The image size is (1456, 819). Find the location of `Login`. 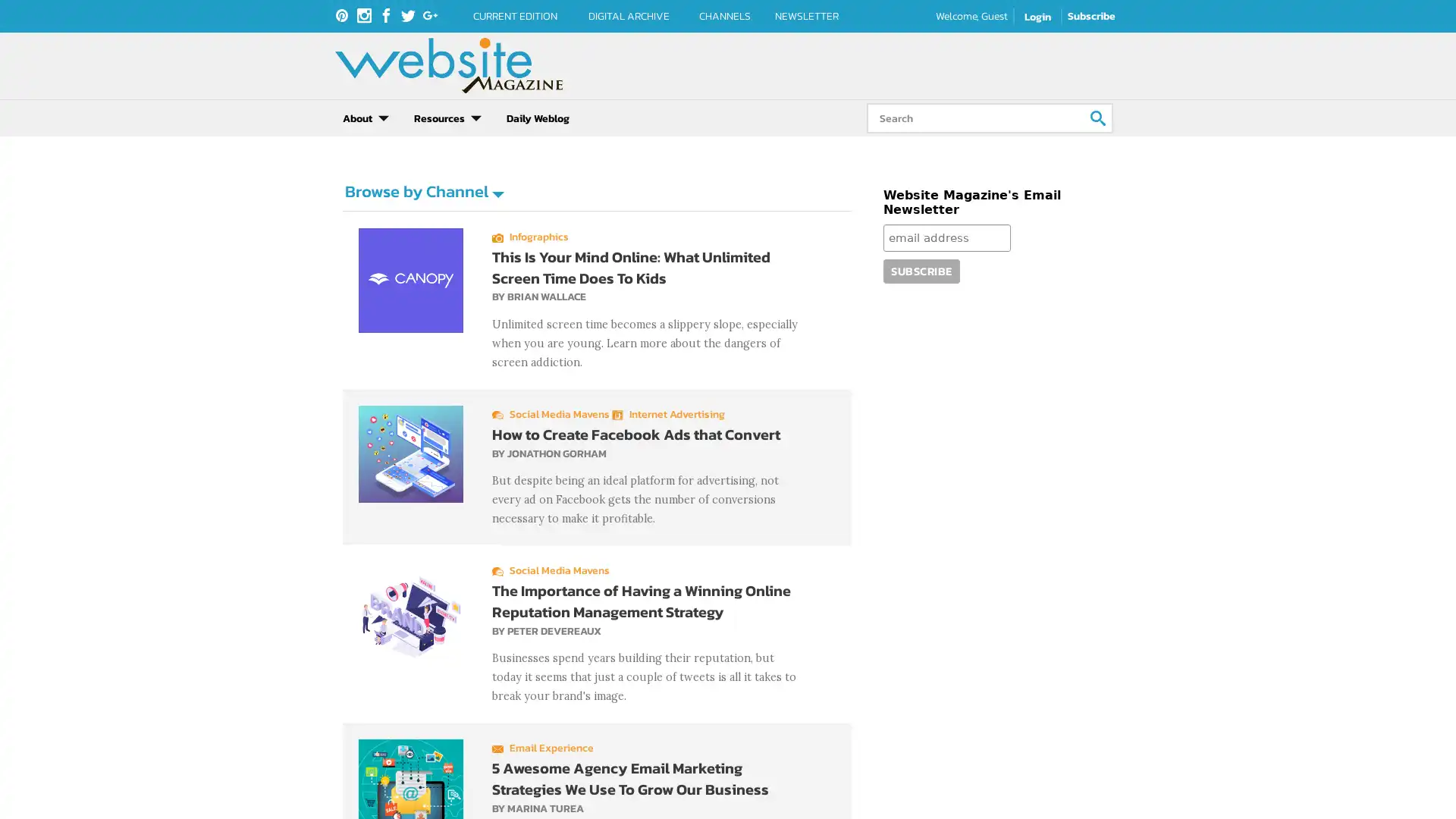

Login is located at coordinates (1037, 17).